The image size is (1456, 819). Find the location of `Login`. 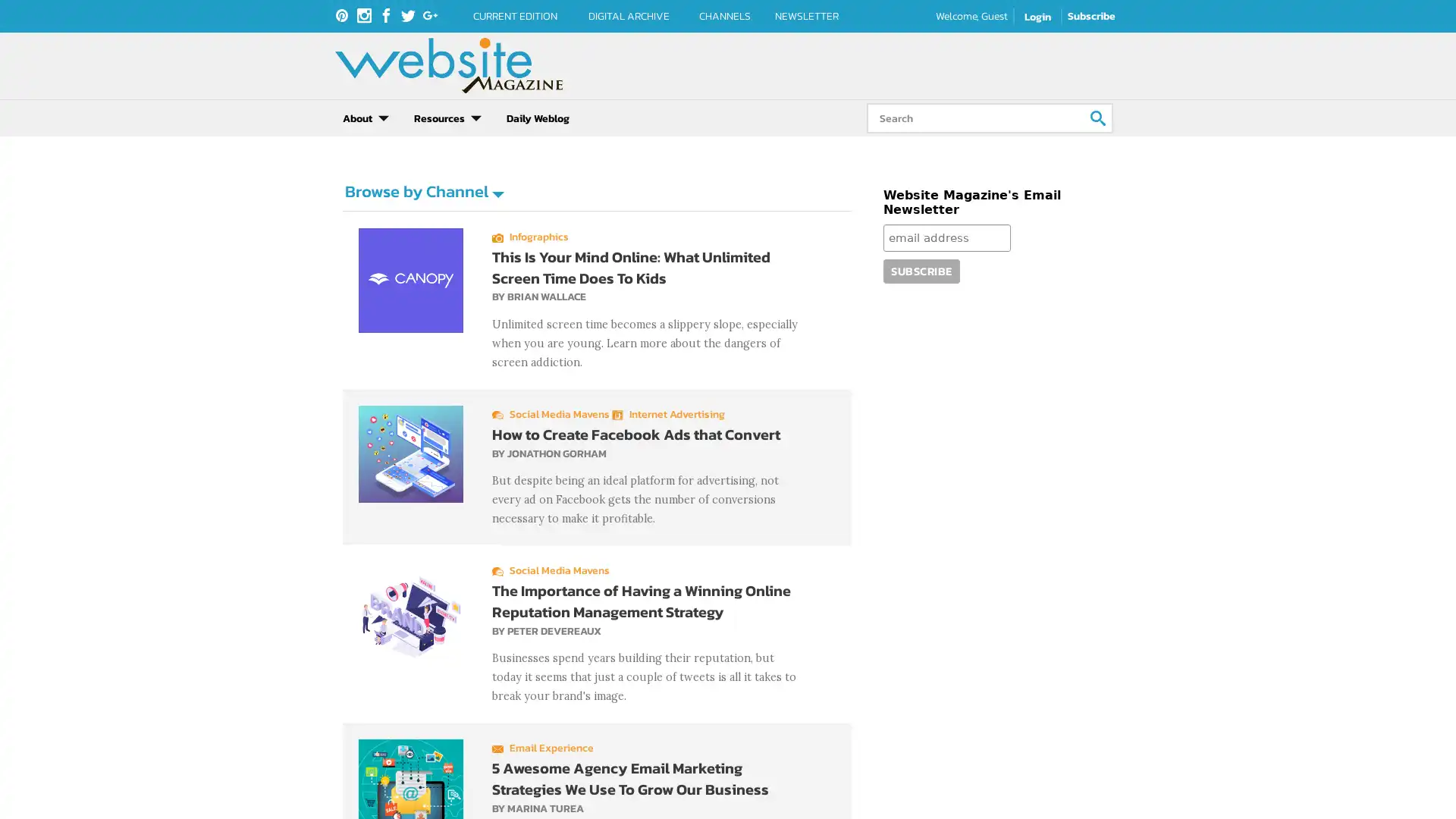

Login is located at coordinates (1037, 17).